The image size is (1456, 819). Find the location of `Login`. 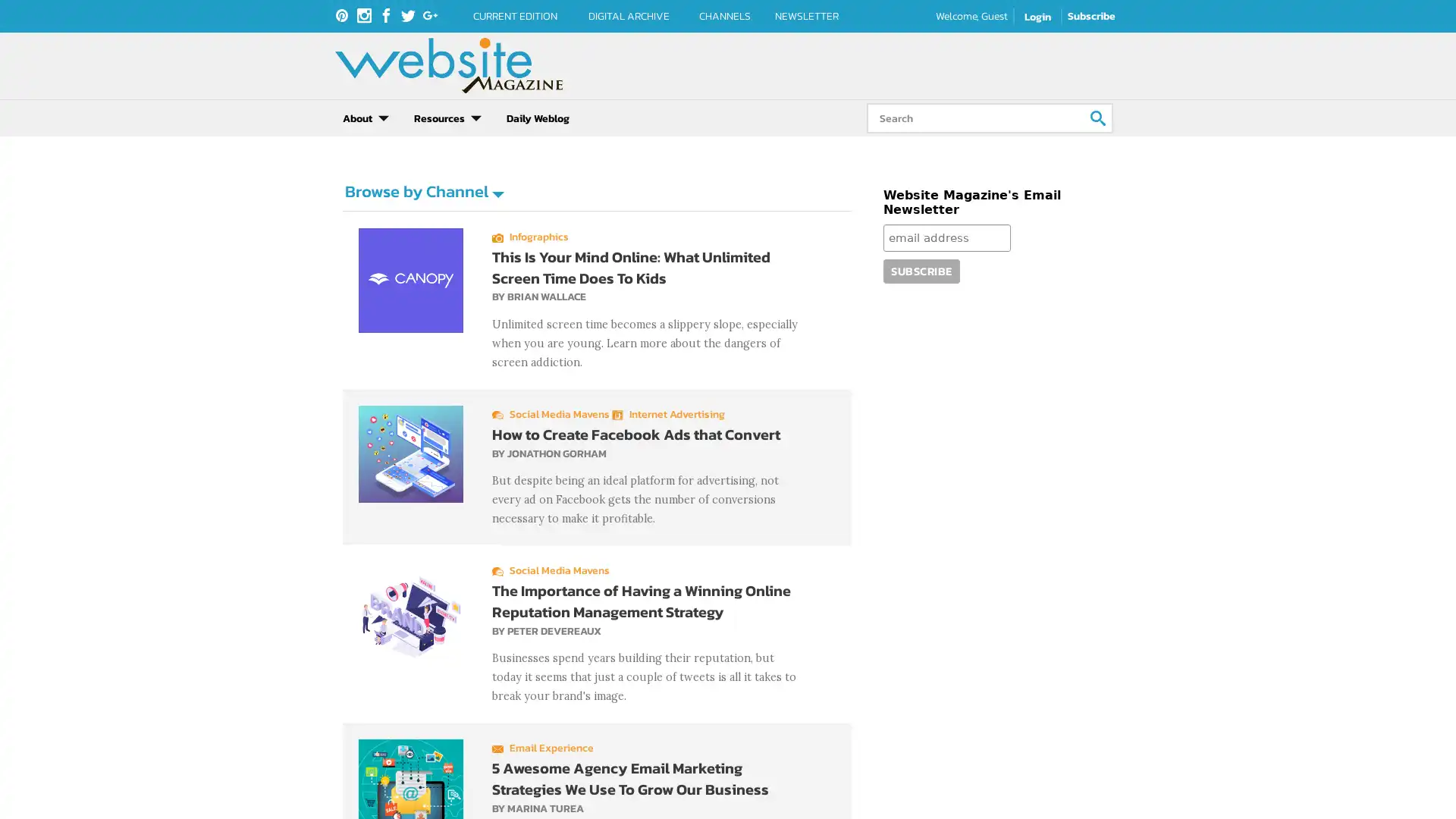

Login is located at coordinates (1037, 17).